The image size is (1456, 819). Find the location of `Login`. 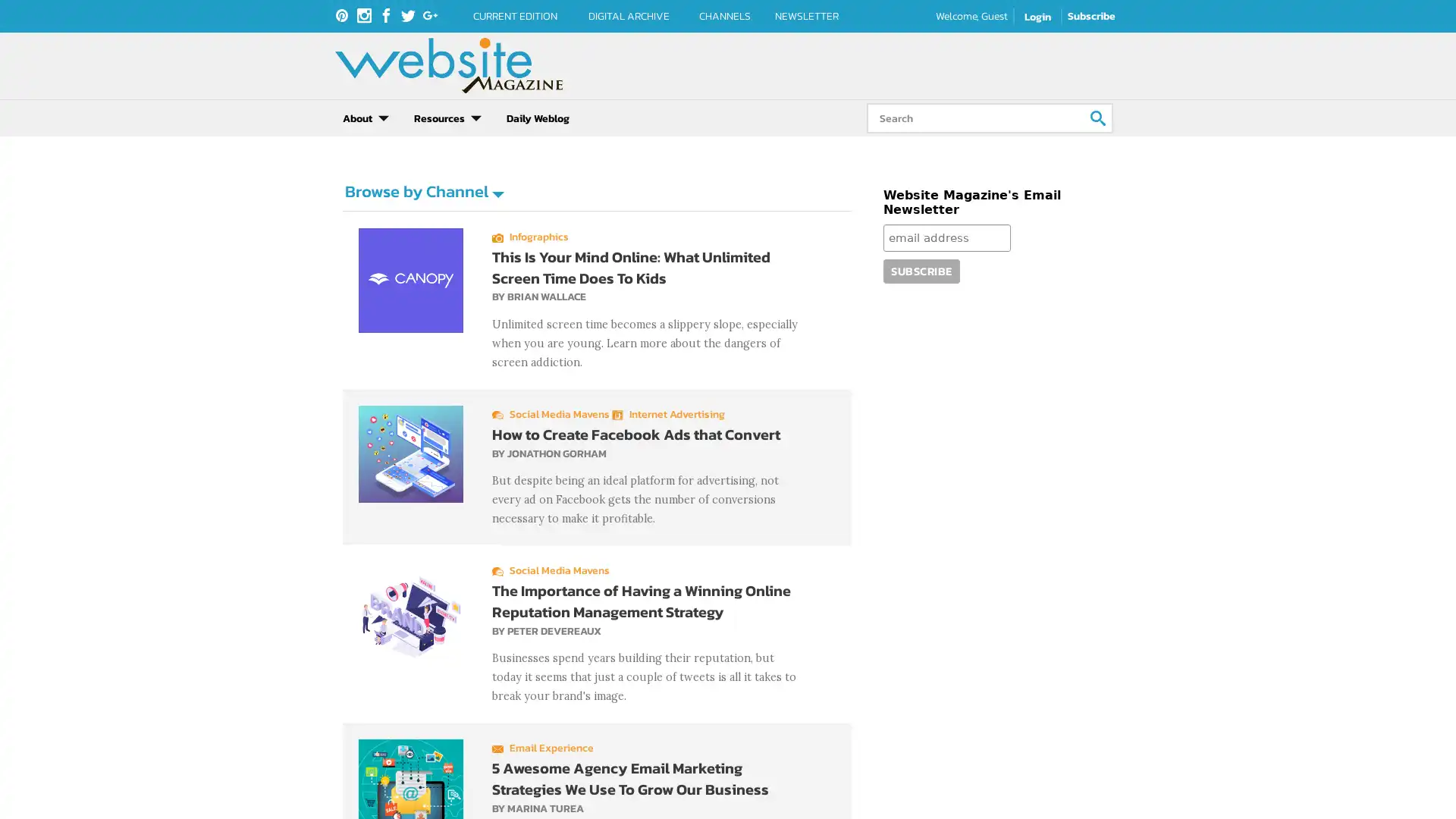

Login is located at coordinates (1037, 17).